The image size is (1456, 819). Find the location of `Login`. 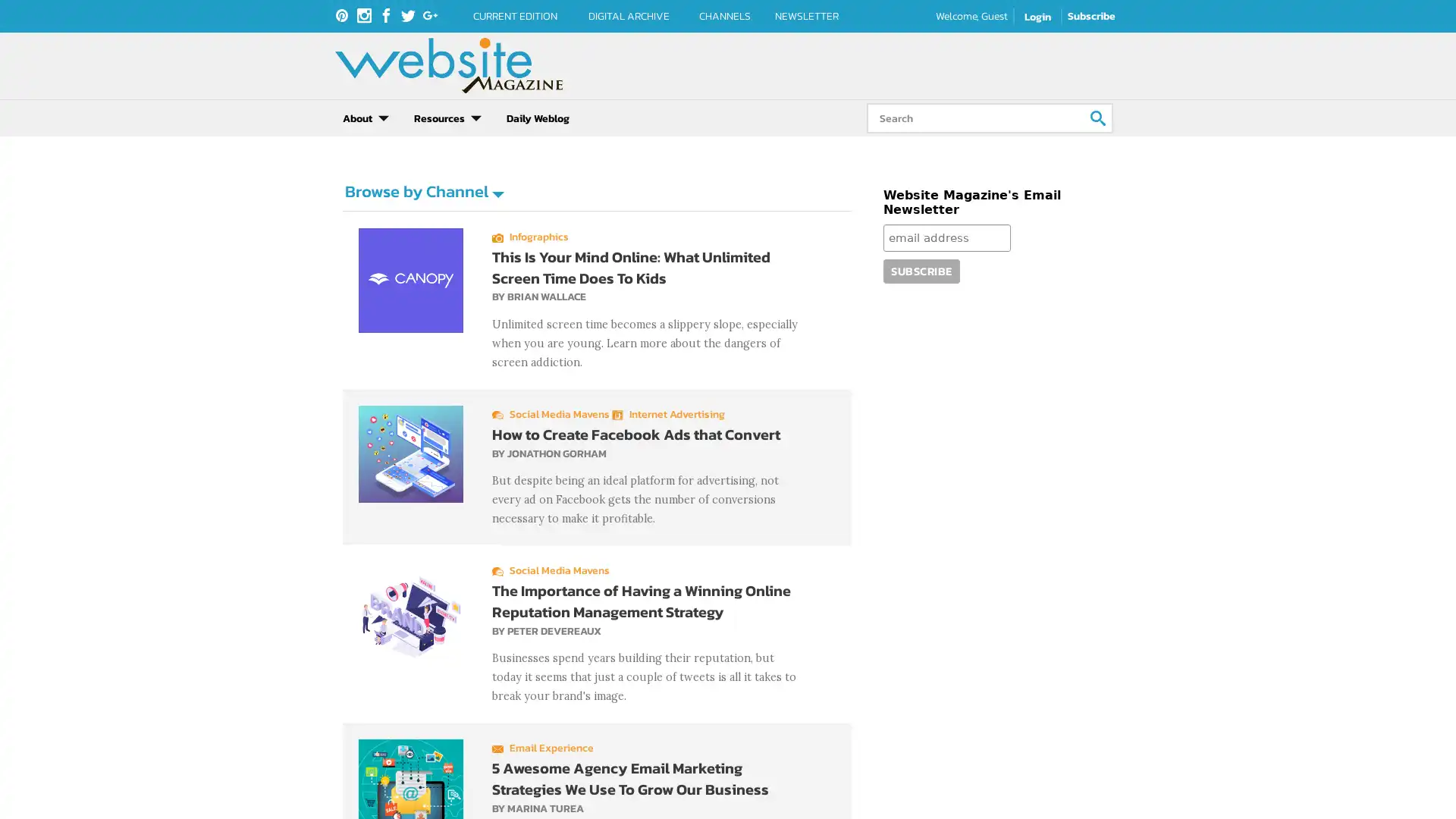

Login is located at coordinates (1037, 17).